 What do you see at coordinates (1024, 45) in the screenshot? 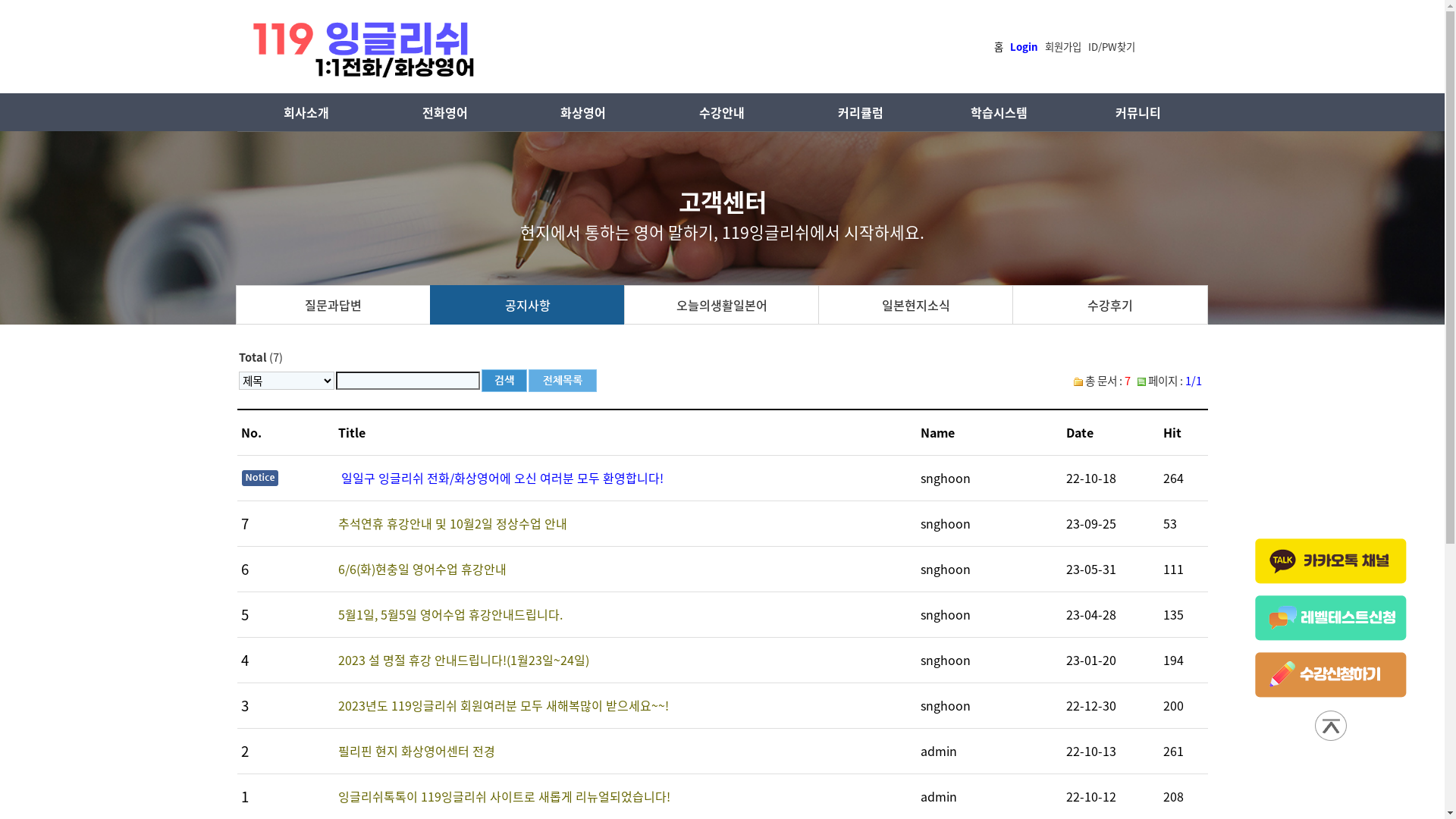
I see `'Login'` at bounding box center [1024, 45].